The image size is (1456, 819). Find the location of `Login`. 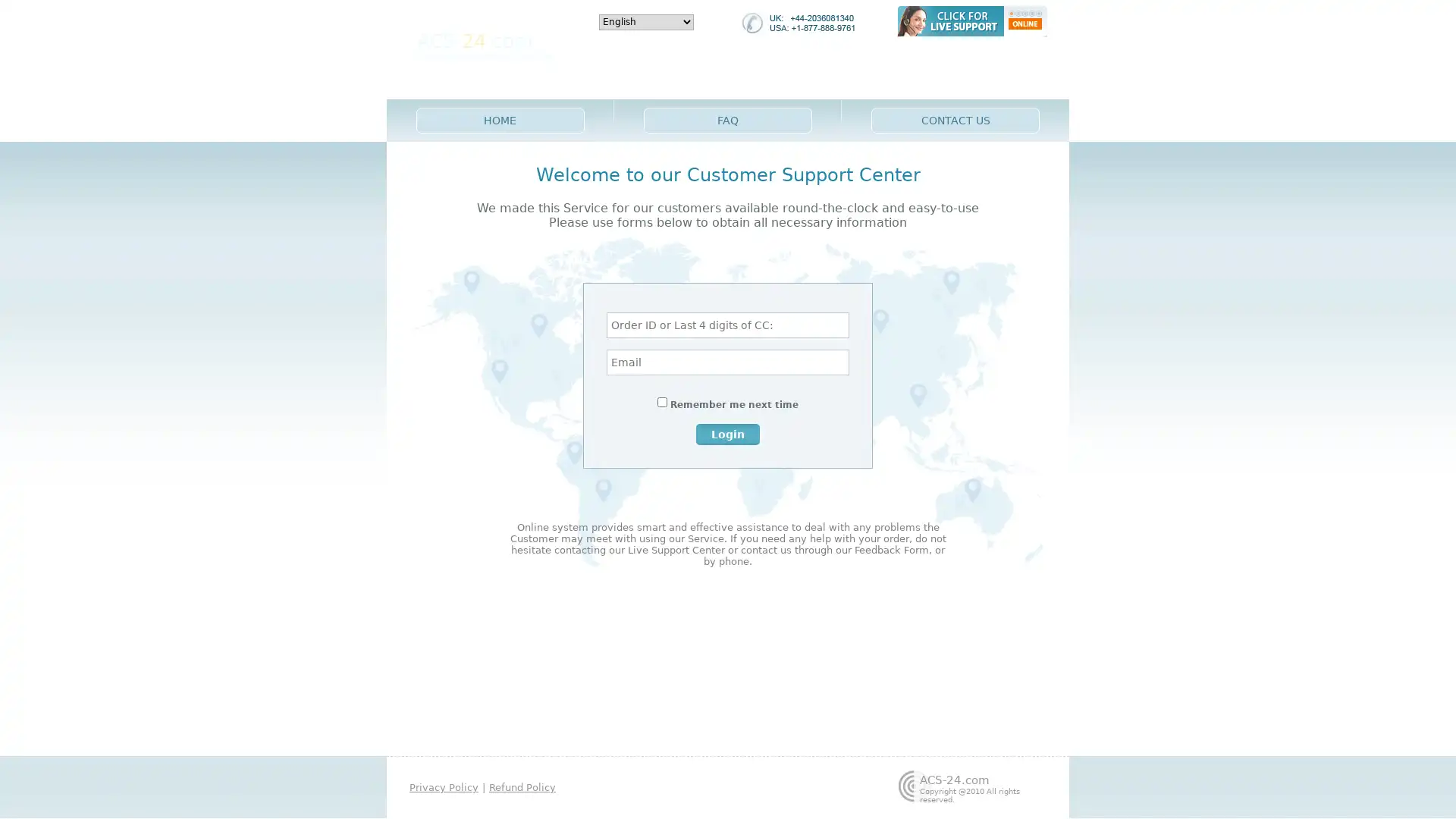

Login is located at coordinates (728, 433).